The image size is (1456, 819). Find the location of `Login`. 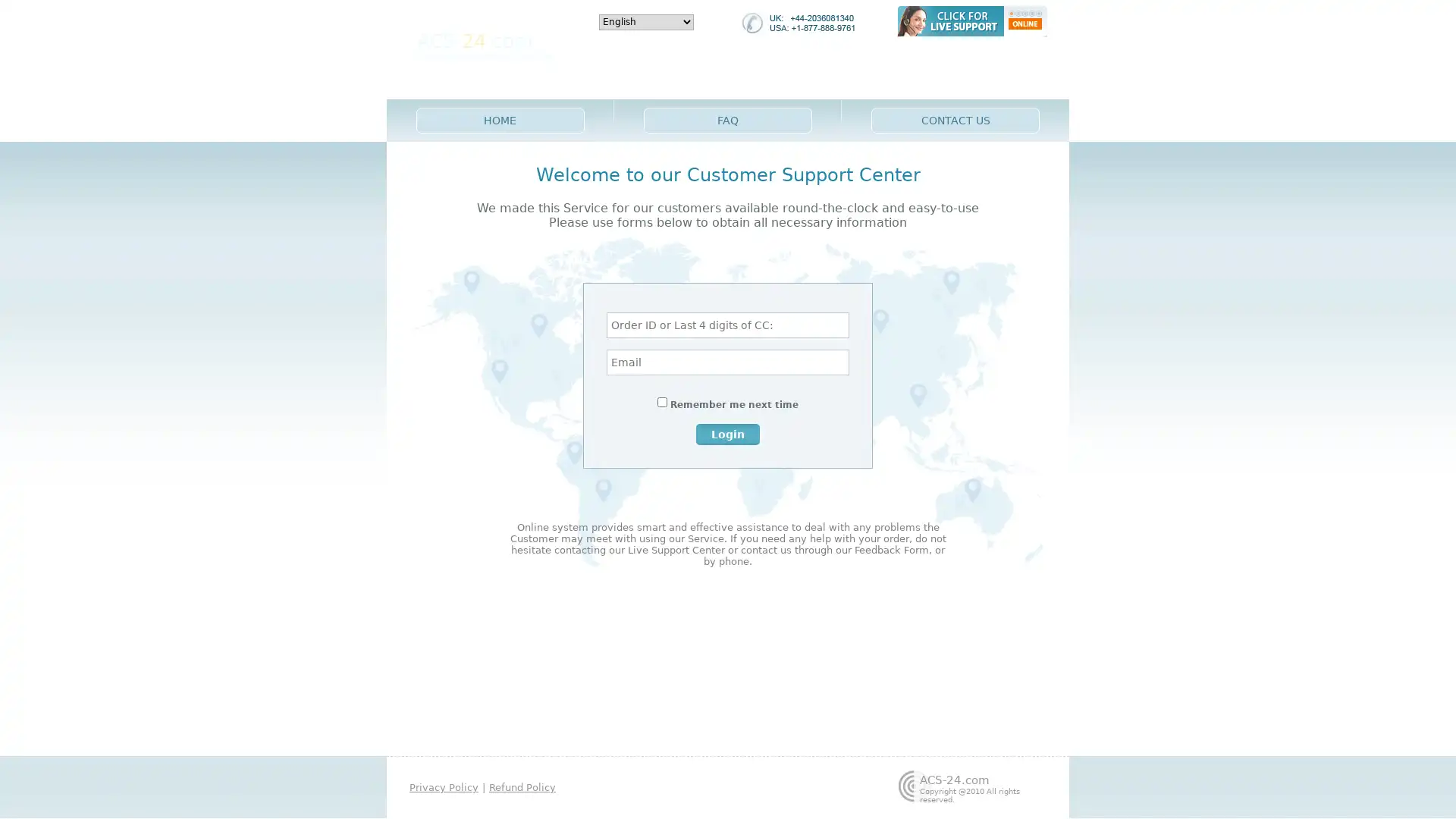

Login is located at coordinates (728, 433).